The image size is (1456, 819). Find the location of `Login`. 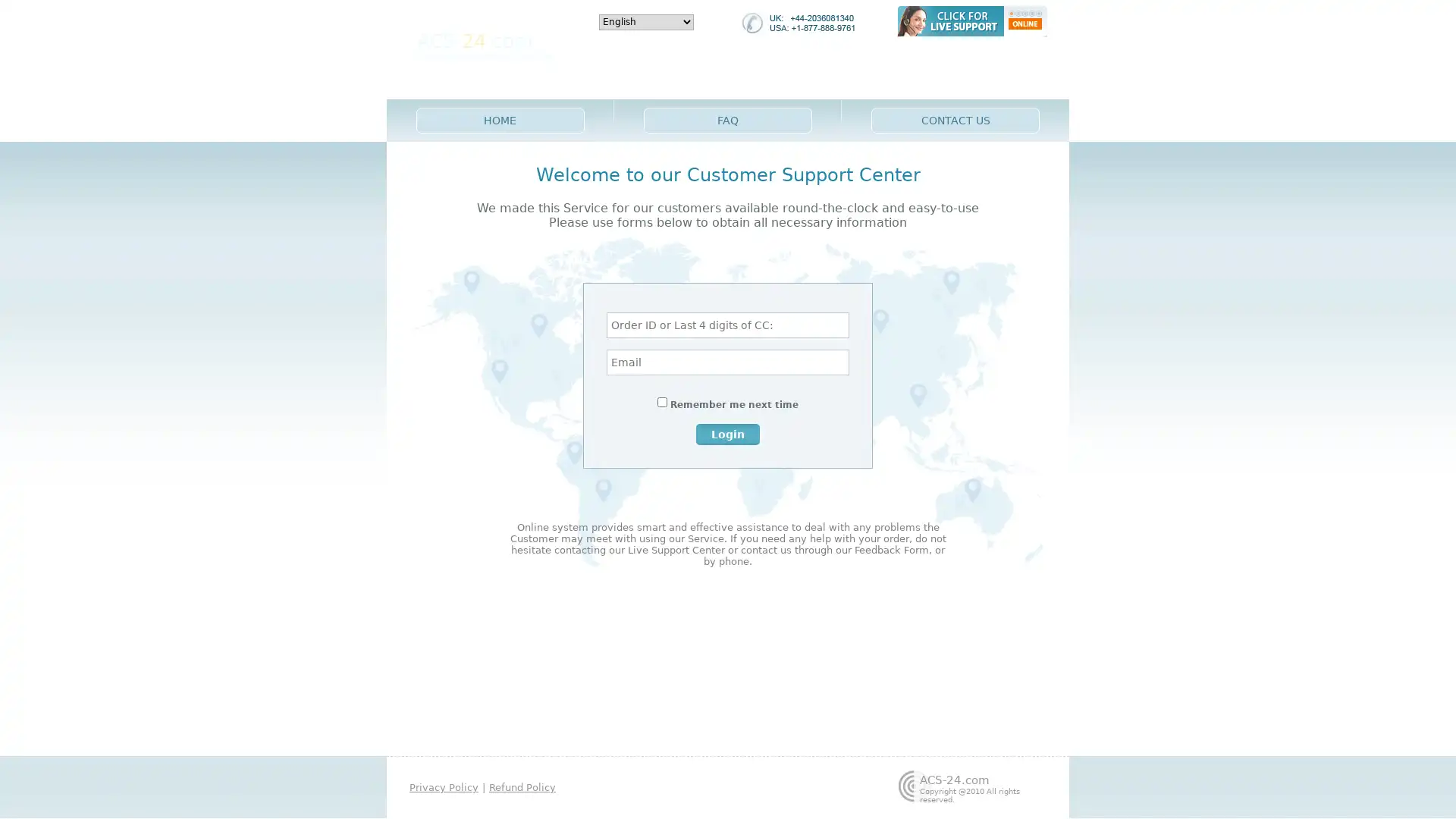

Login is located at coordinates (728, 433).